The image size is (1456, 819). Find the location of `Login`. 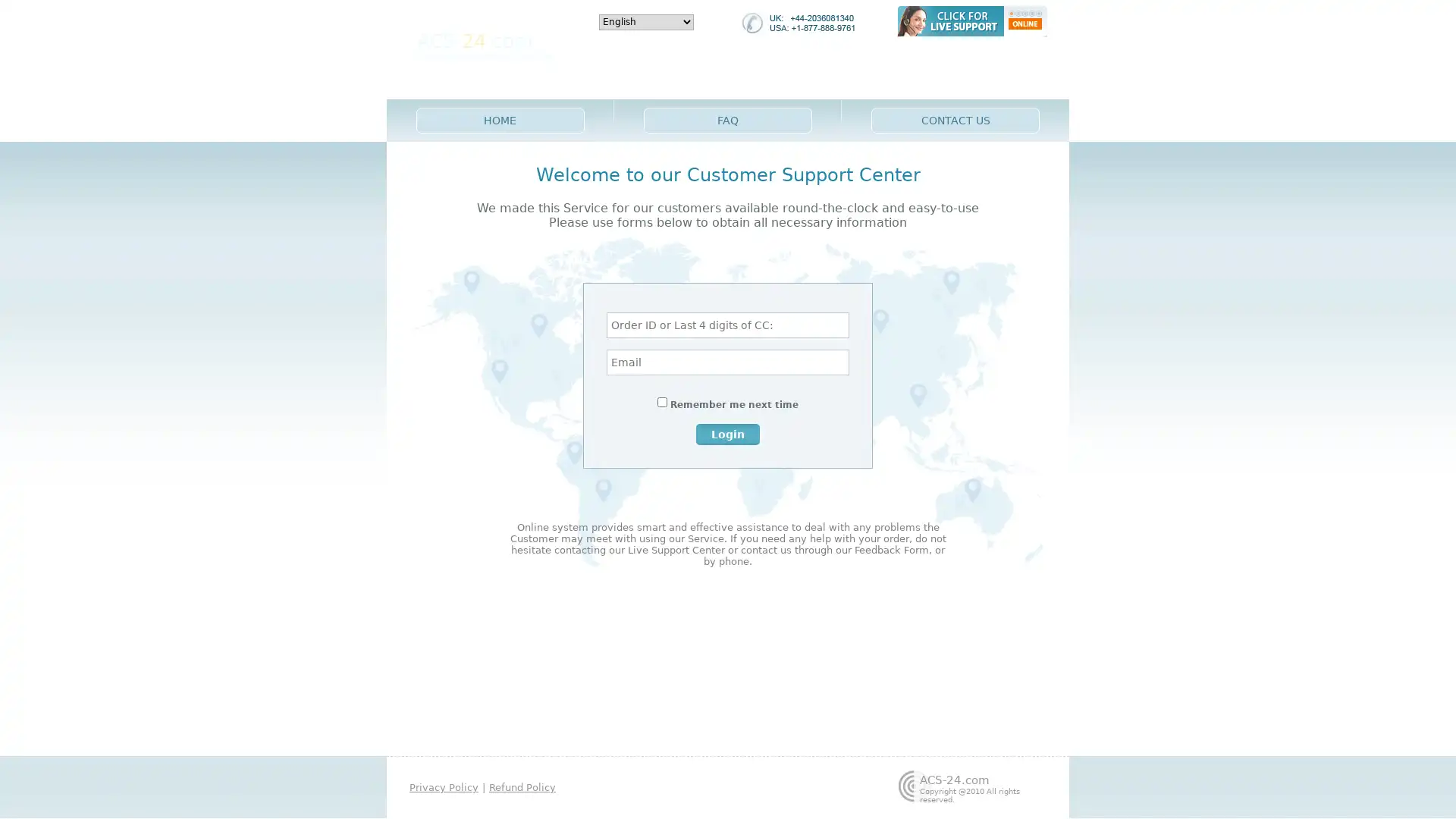

Login is located at coordinates (728, 433).